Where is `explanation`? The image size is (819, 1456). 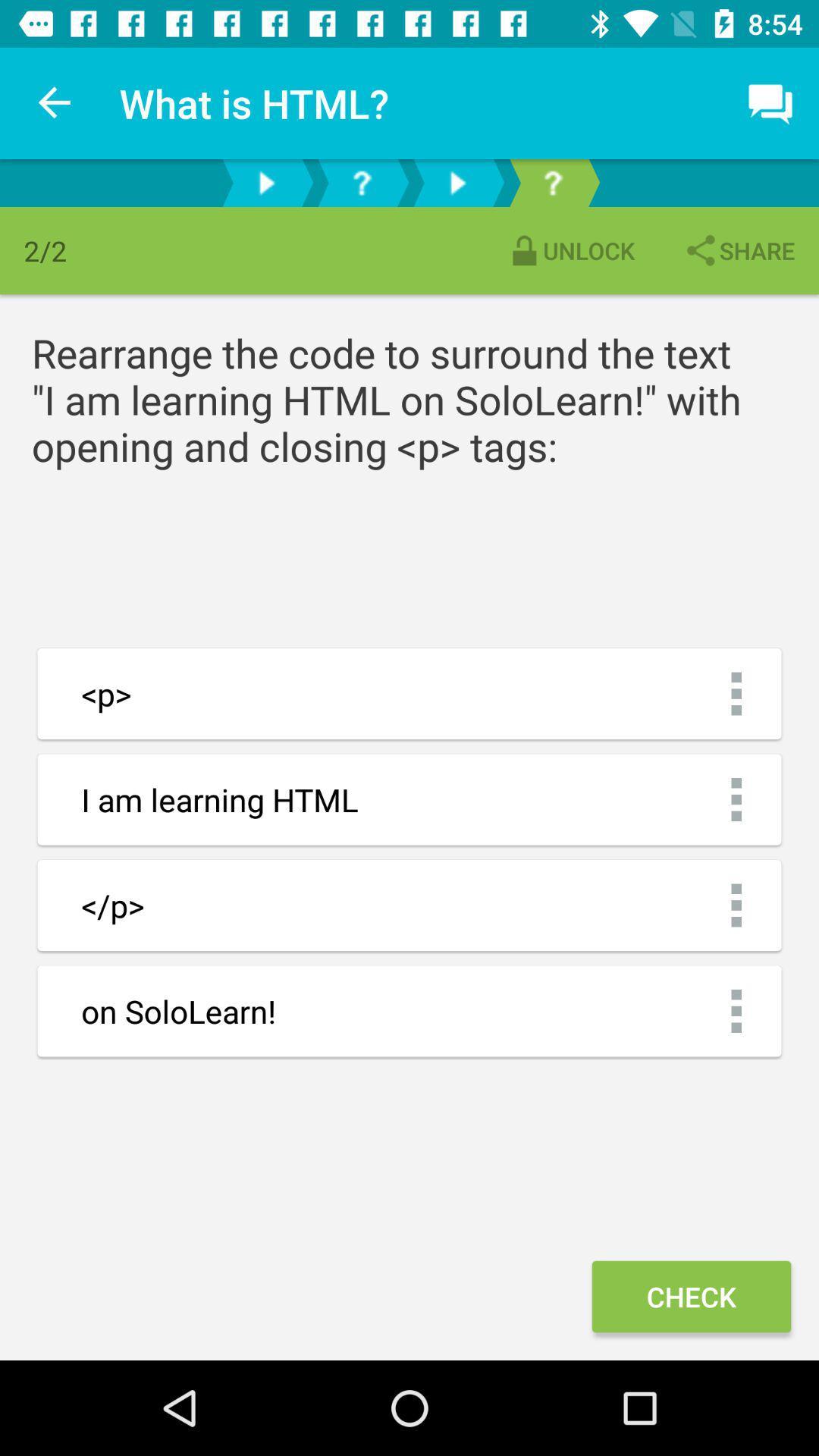
explanation is located at coordinates (553, 182).